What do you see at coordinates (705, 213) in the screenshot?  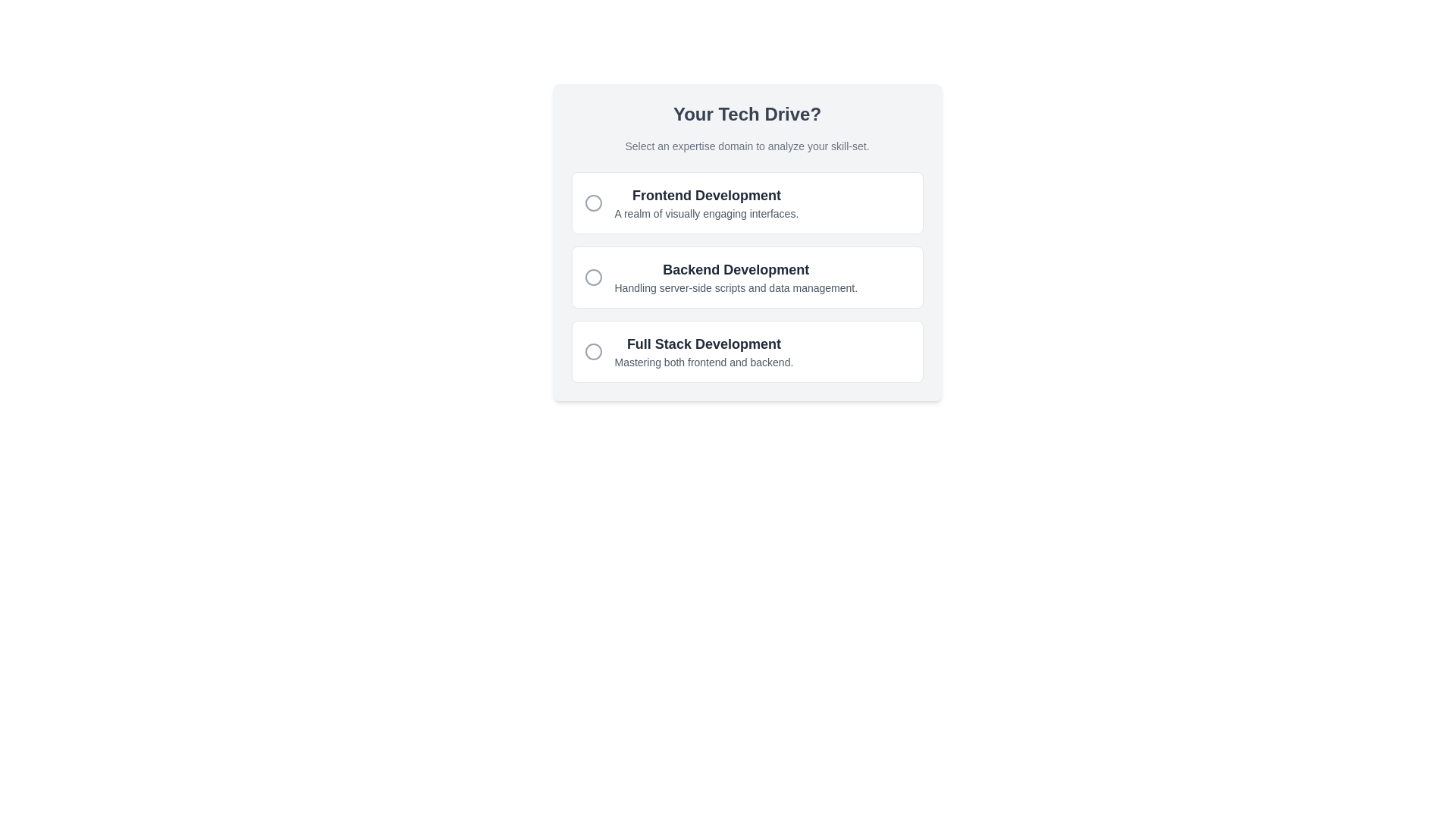 I see `the text label displaying 'A realm of visually engaging interfaces.' located beneath 'Frontend Development' in the top-left quadrant of the central card layout` at bounding box center [705, 213].